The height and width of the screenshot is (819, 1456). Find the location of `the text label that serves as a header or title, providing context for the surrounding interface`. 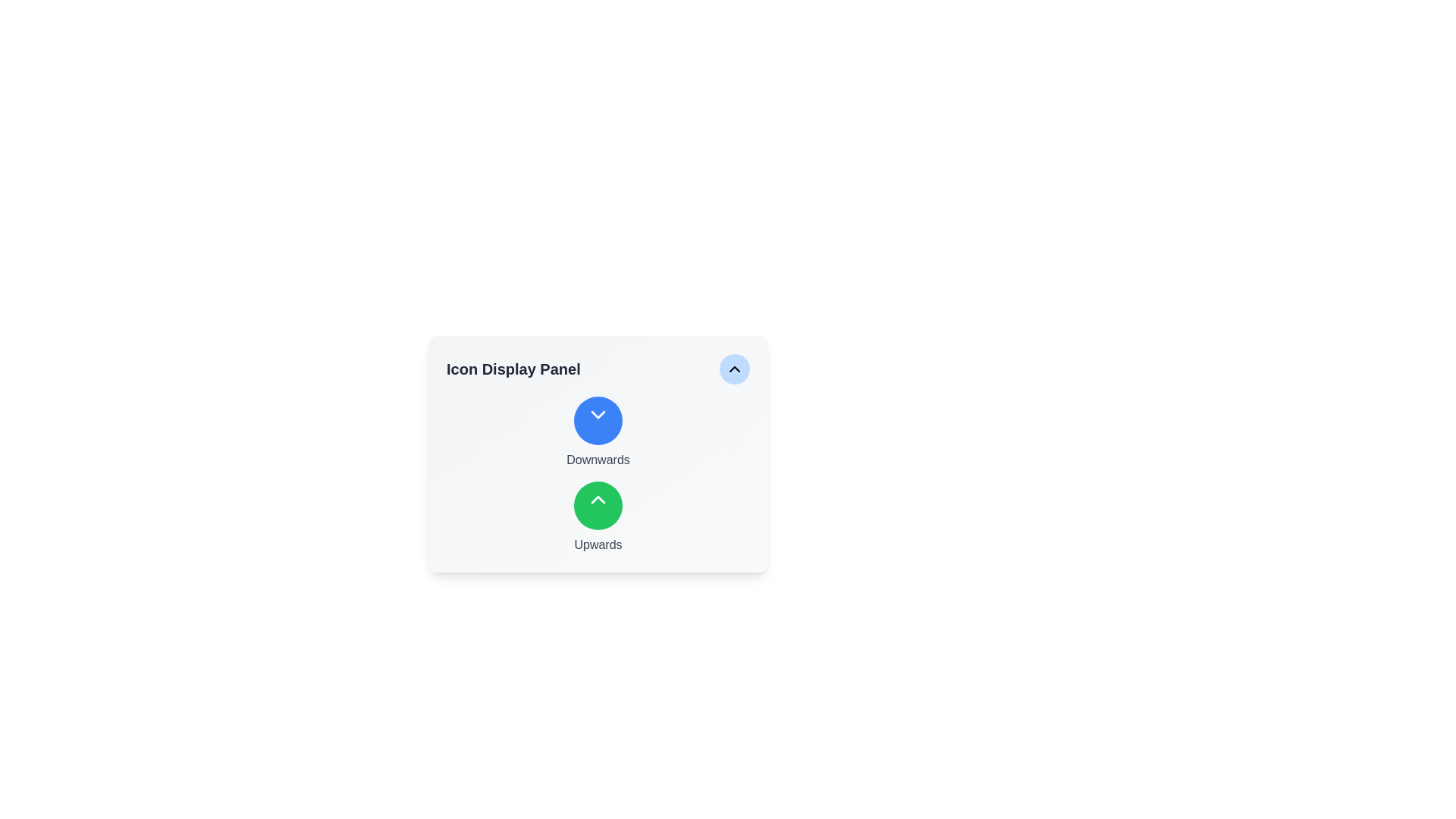

the text label that serves as a header or title, providing context for the surrounding interface is located at coordinates (513, 369).